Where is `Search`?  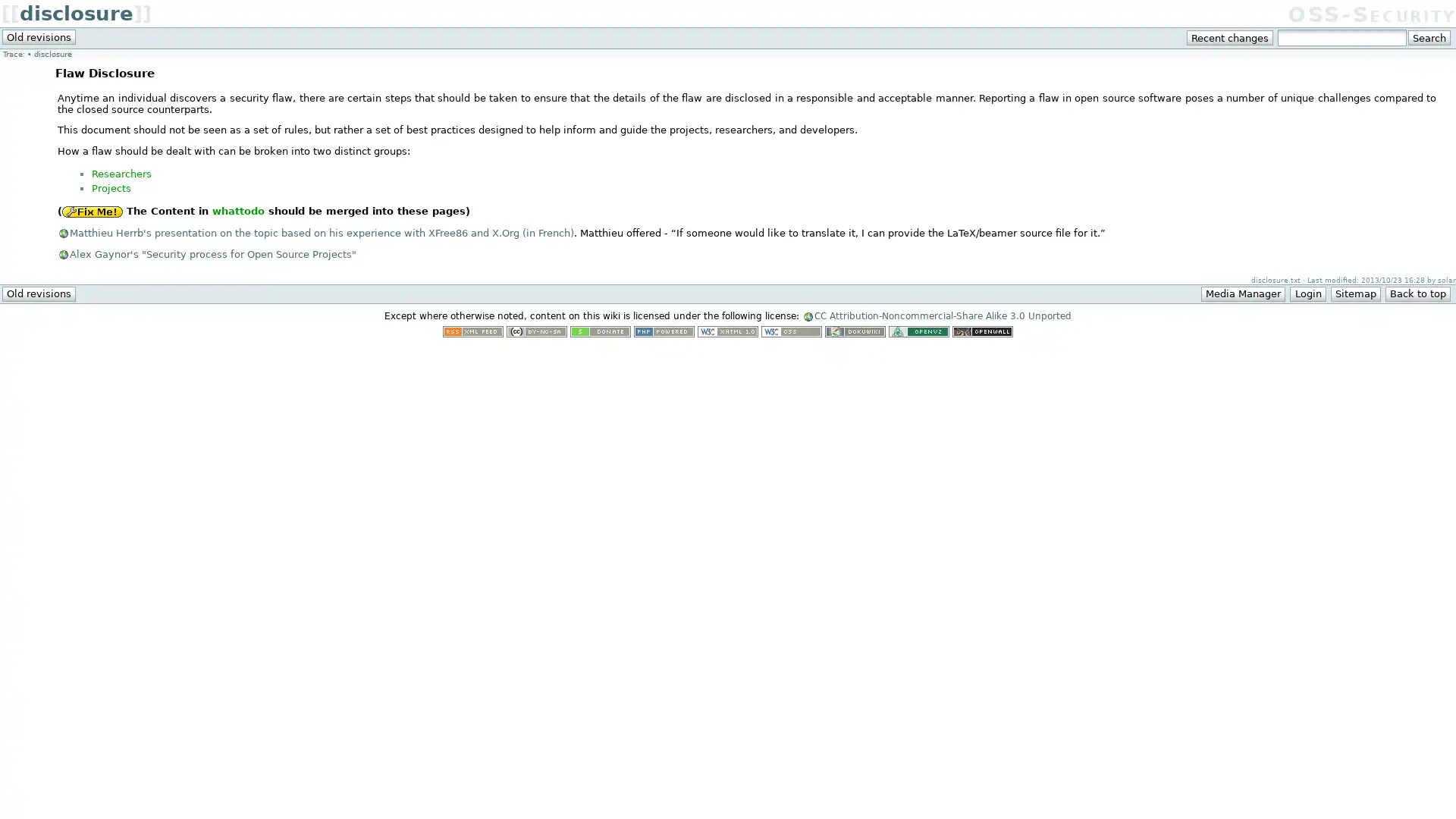
Search is located at coordinates (1428, 37).